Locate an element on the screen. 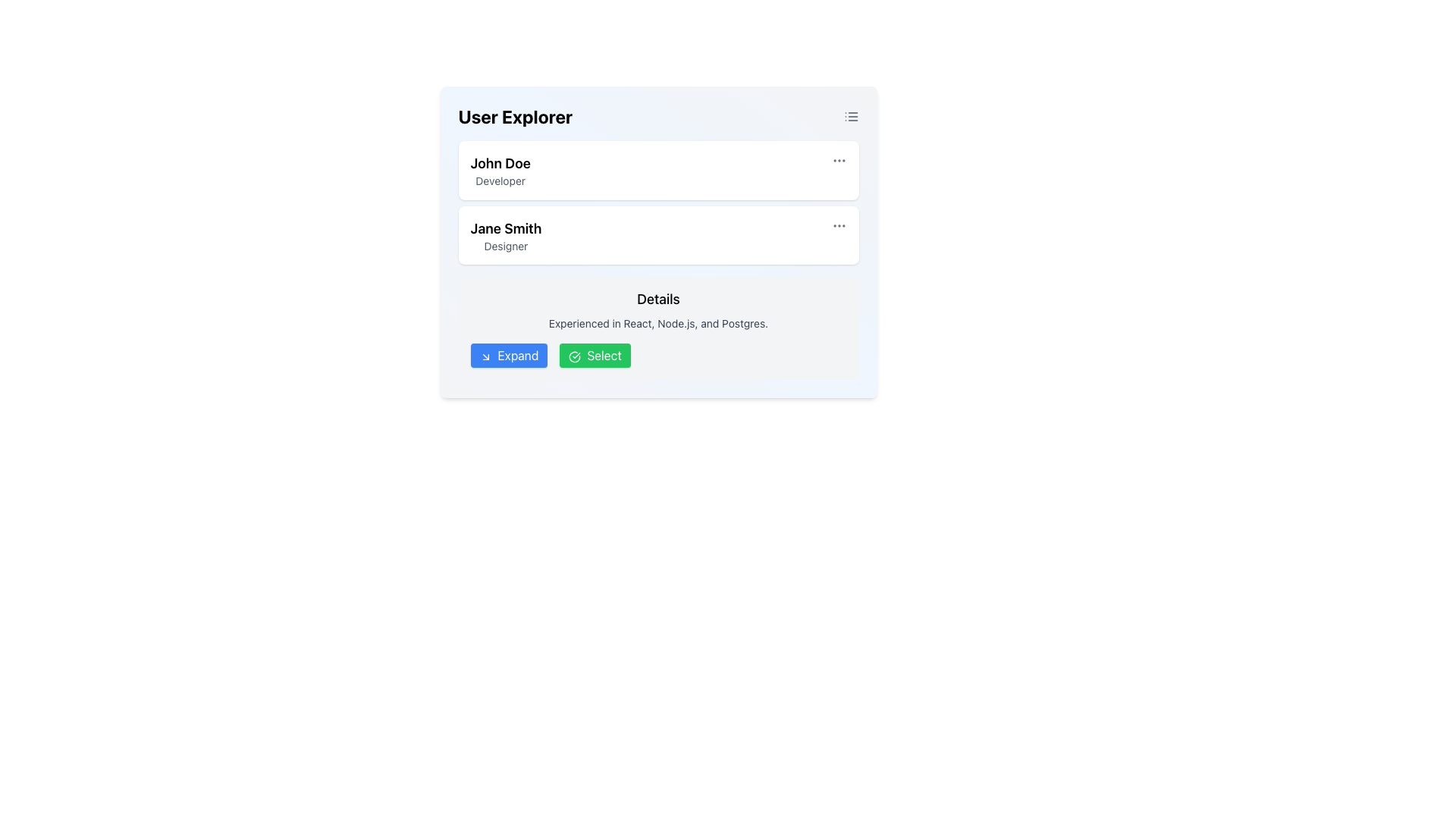  the confirmation icon located to the left of the 'Select' button in the 'Details' card is located at coordinates (574, 356).